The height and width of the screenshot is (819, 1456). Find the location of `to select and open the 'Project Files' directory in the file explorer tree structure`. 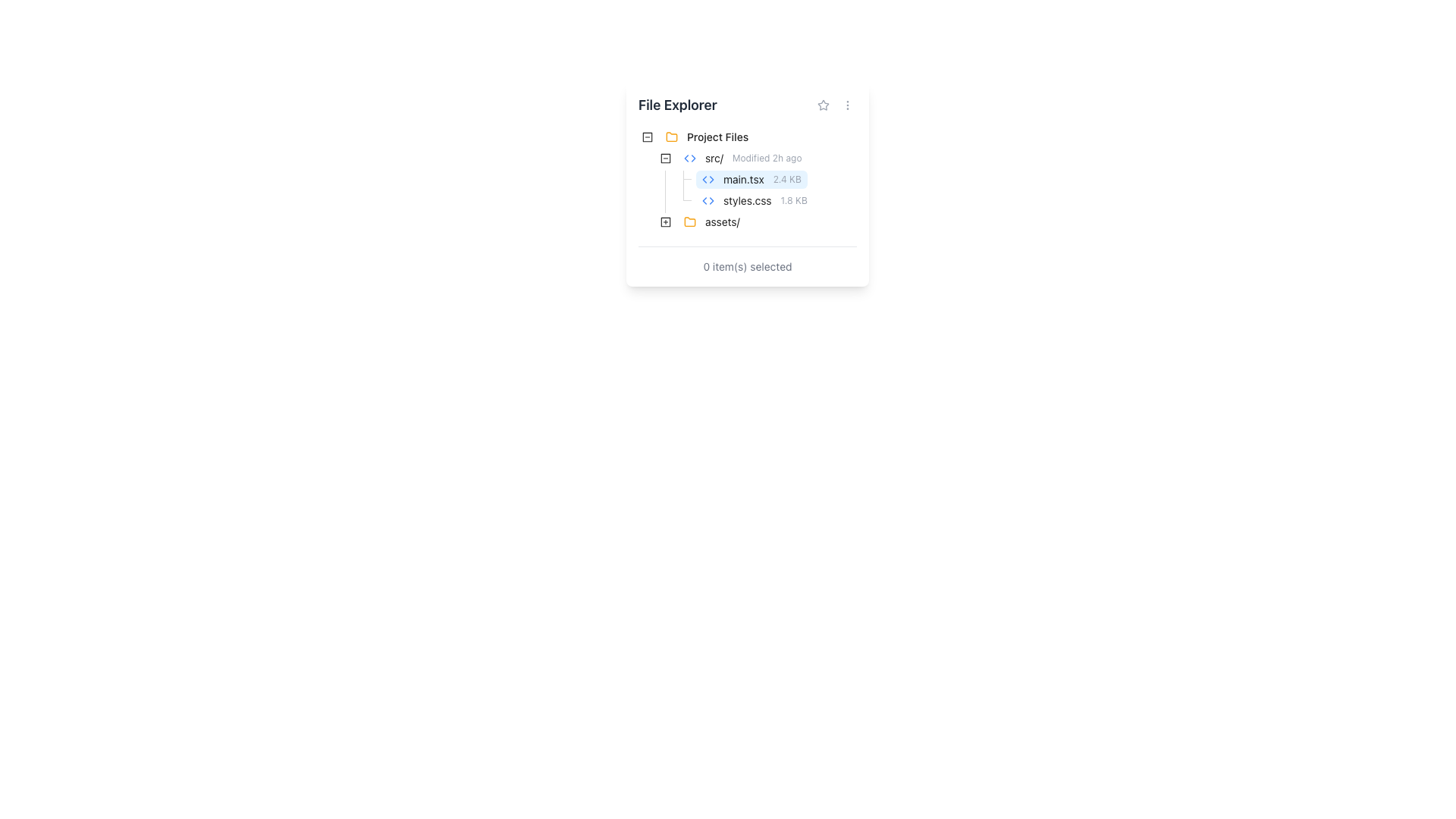

to select and open the 'Project Files' directory in the file explorer tree structure is located at coordinates (712, 137).